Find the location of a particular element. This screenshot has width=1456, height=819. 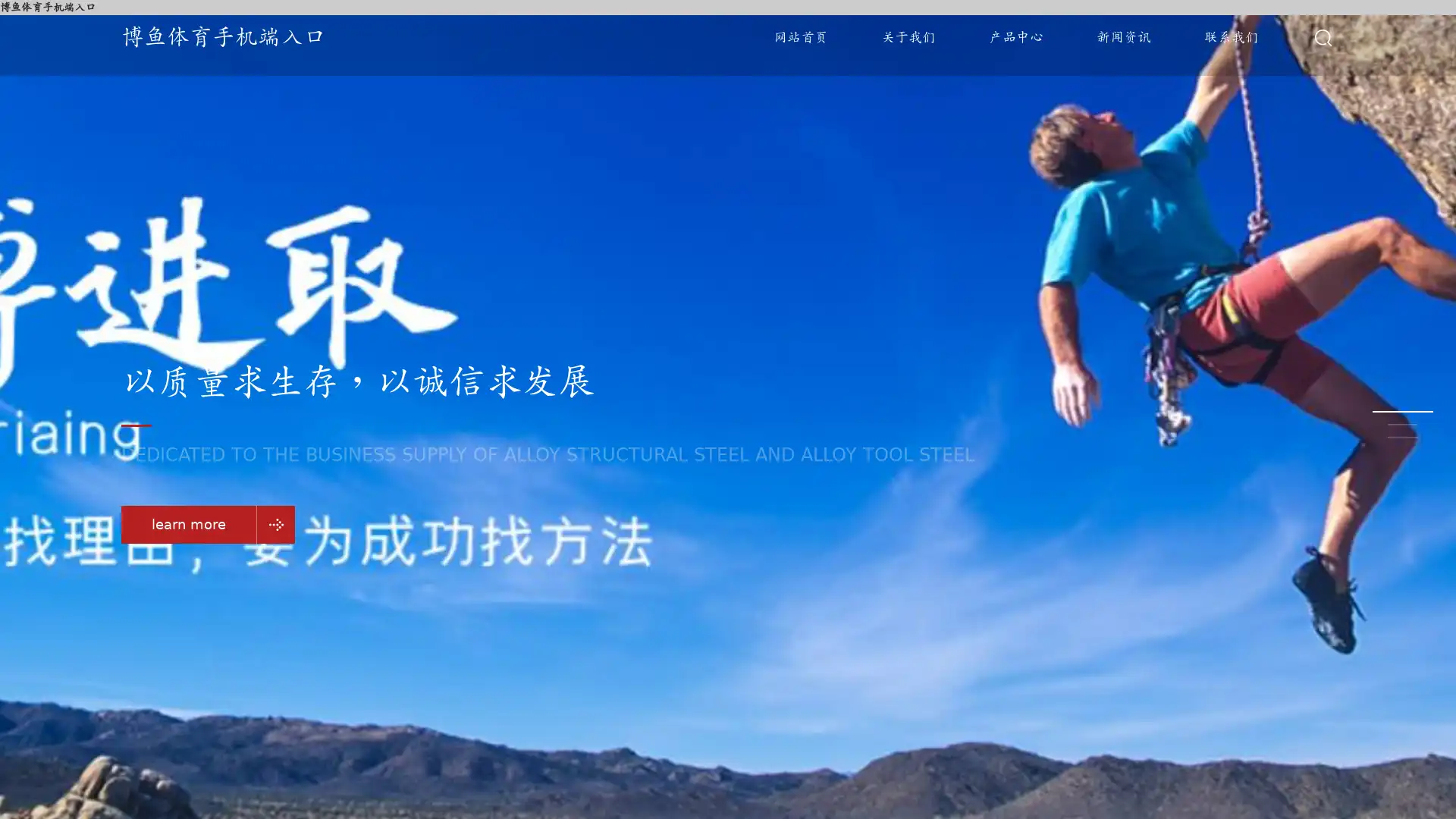

Go to slide 3 is located at coordinates (1401, 438).